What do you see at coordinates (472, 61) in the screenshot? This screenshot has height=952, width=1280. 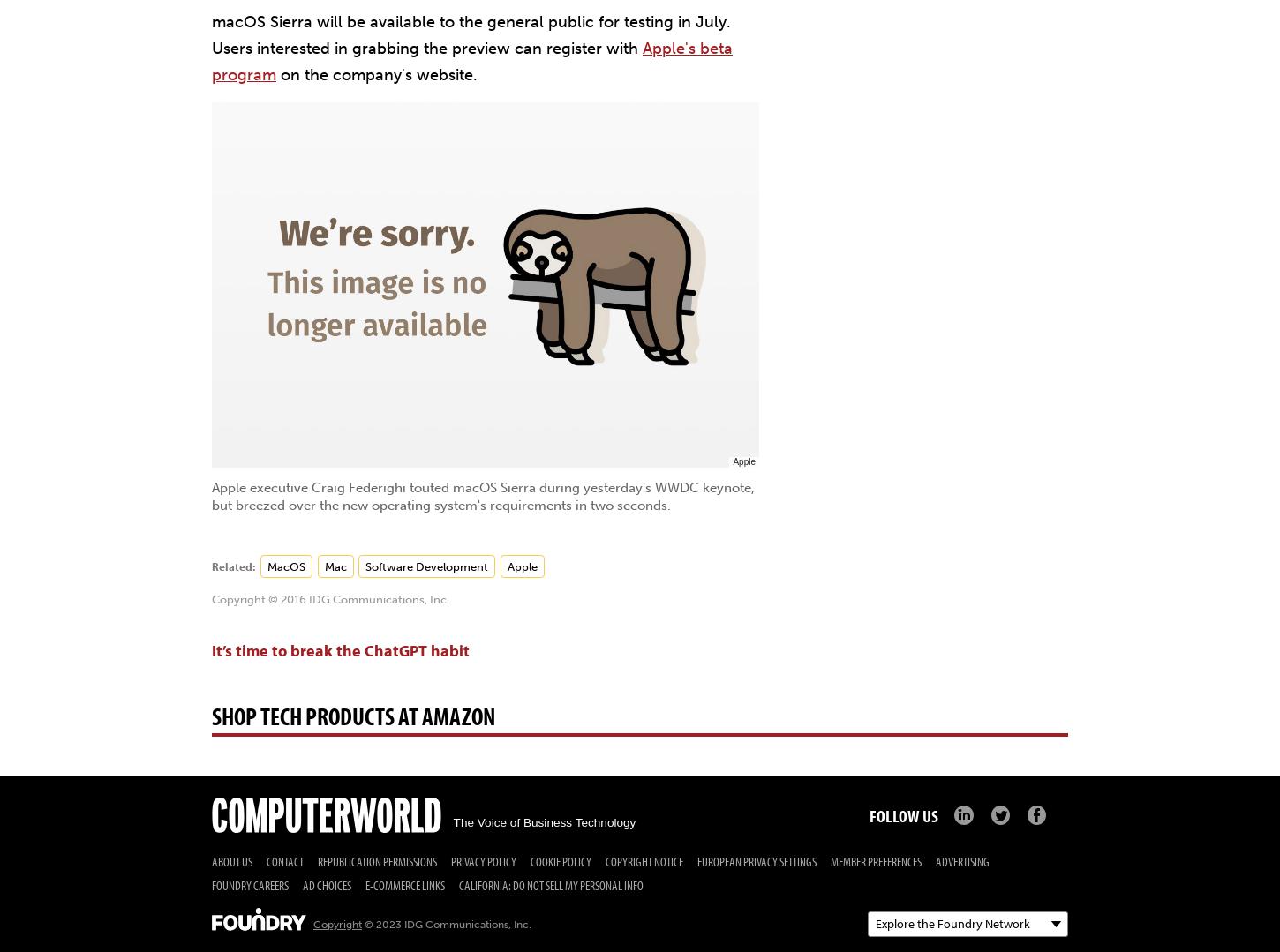 I see `'Apple's beta program'` at bounding box center [472, 61].